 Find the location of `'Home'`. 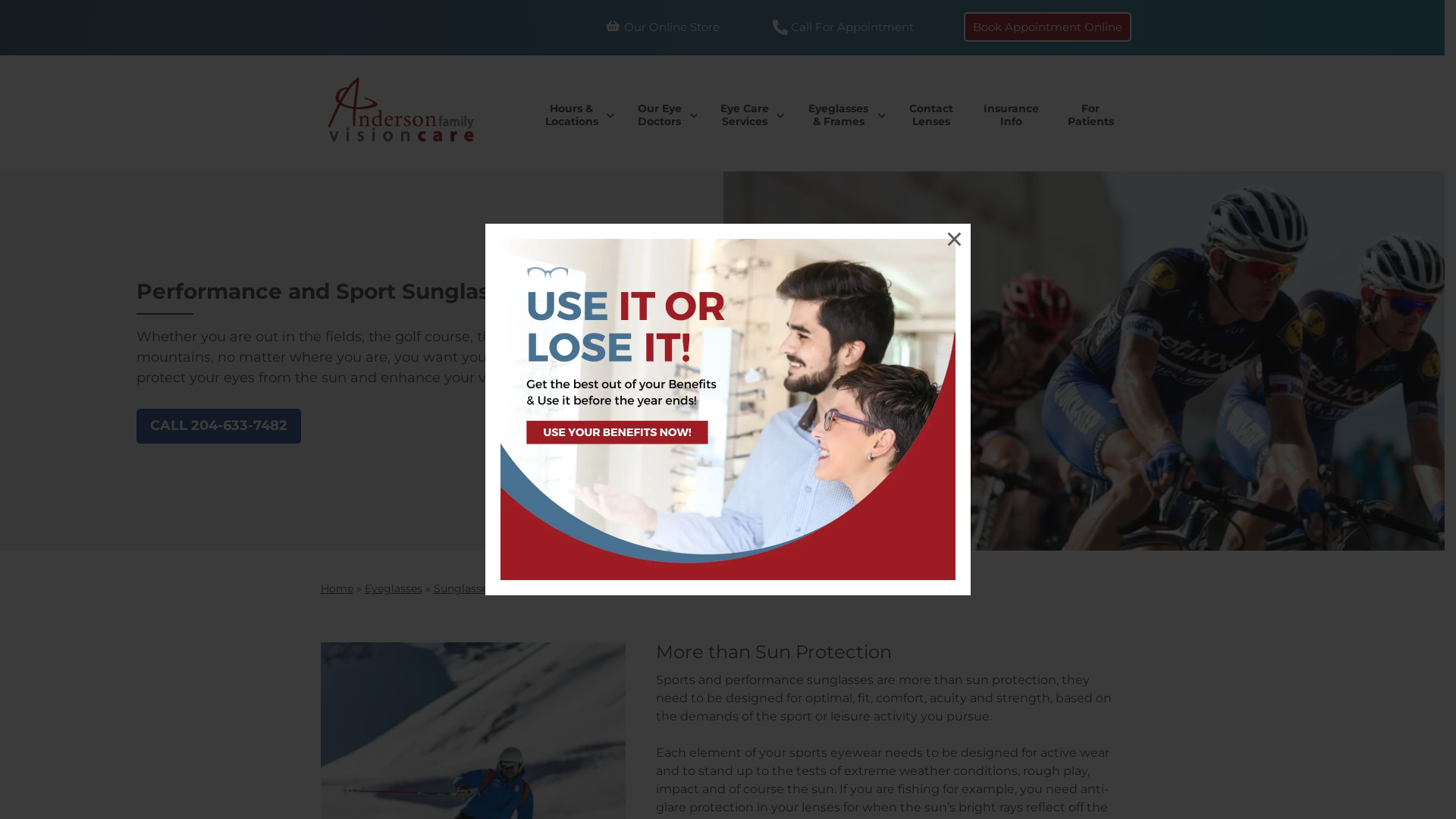

'Home' is located at coordinates (335, 587).